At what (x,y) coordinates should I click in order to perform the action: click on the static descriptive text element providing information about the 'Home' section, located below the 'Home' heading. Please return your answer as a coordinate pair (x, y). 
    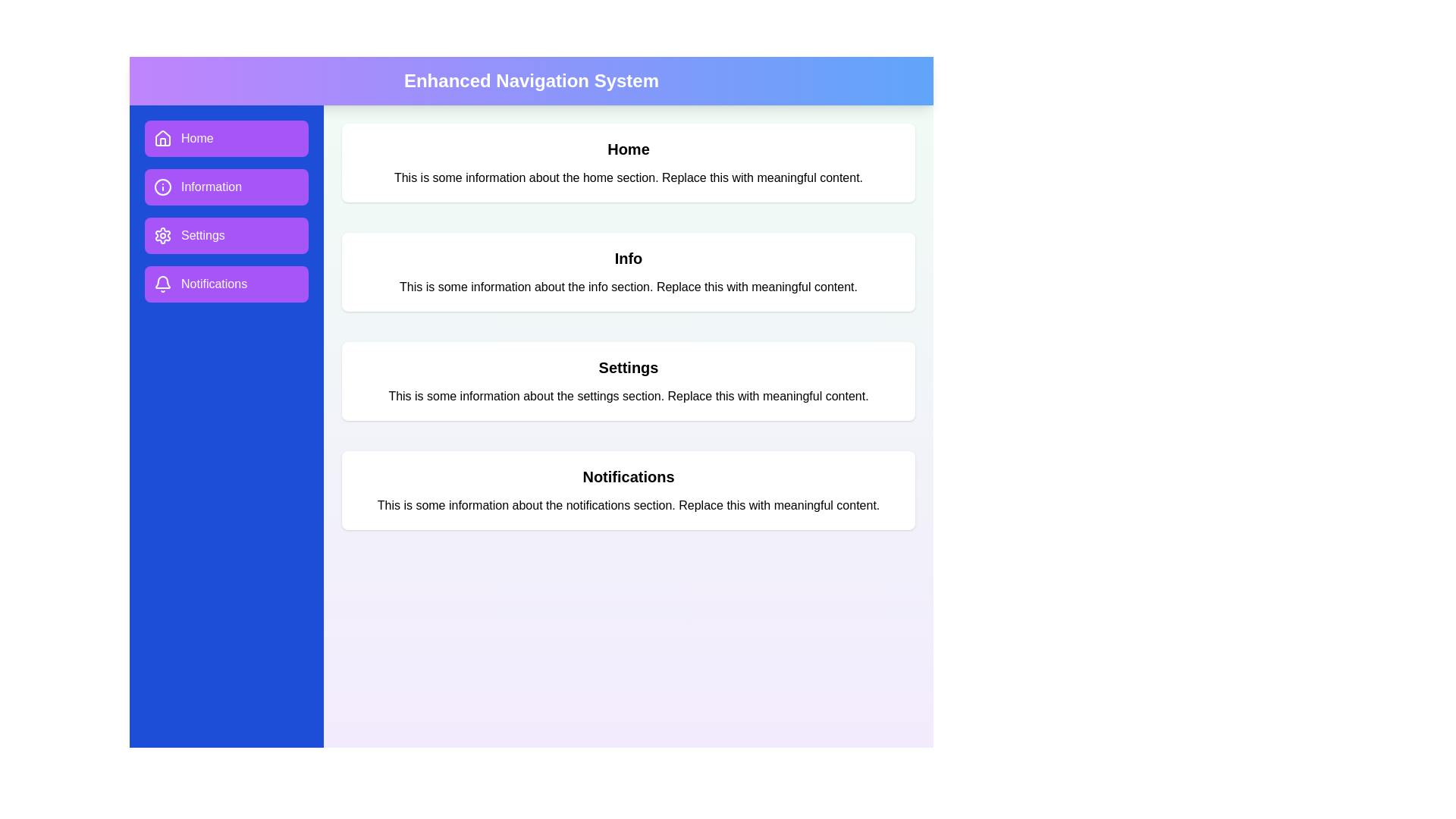
    Looking at the image, I should click on (629, 177).